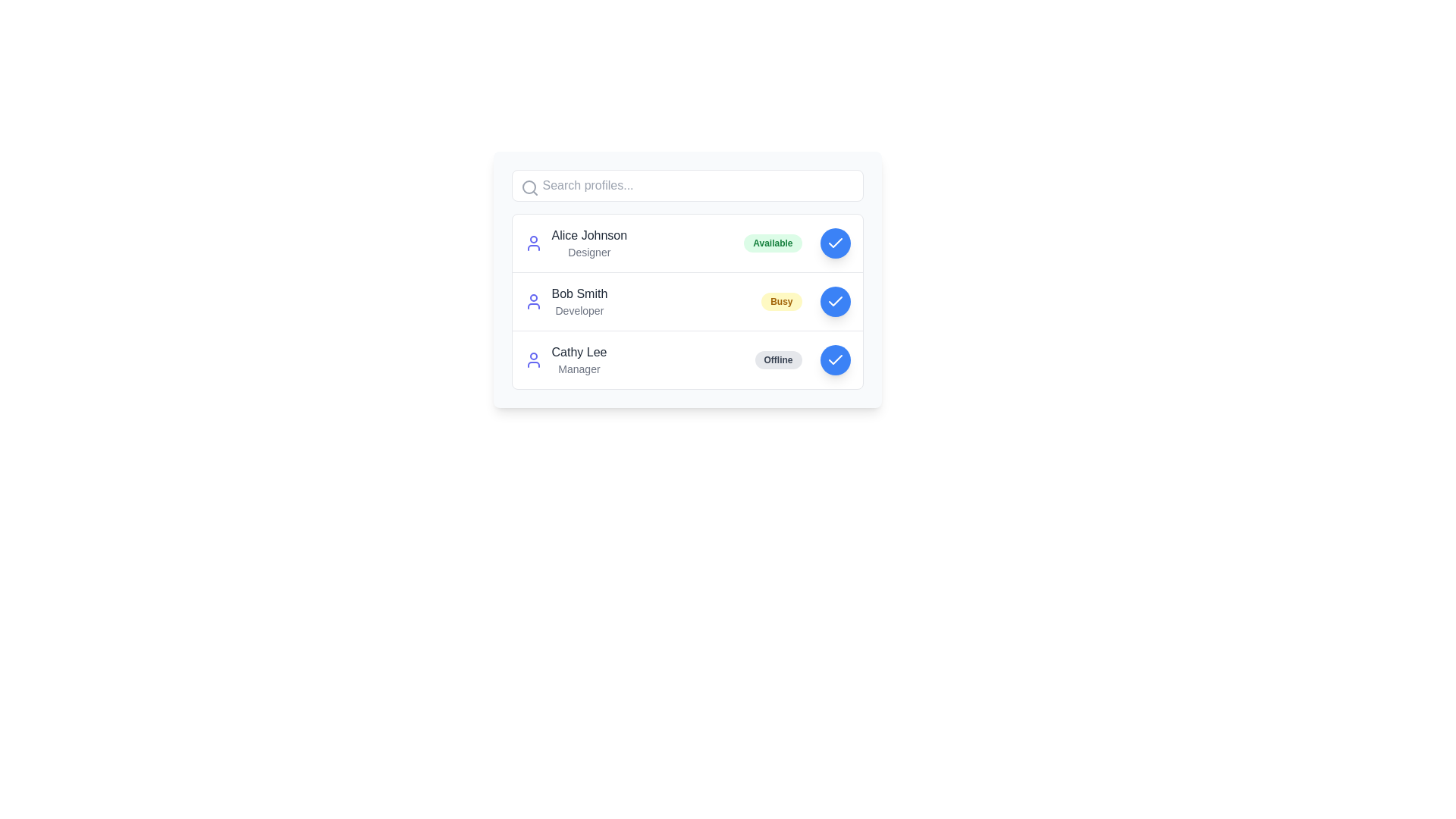  I want to click on the user profile icon with a blue tint and a user silhouette, located at the leftmost side of the entry row for Cathy Lee, so click(533, 359).